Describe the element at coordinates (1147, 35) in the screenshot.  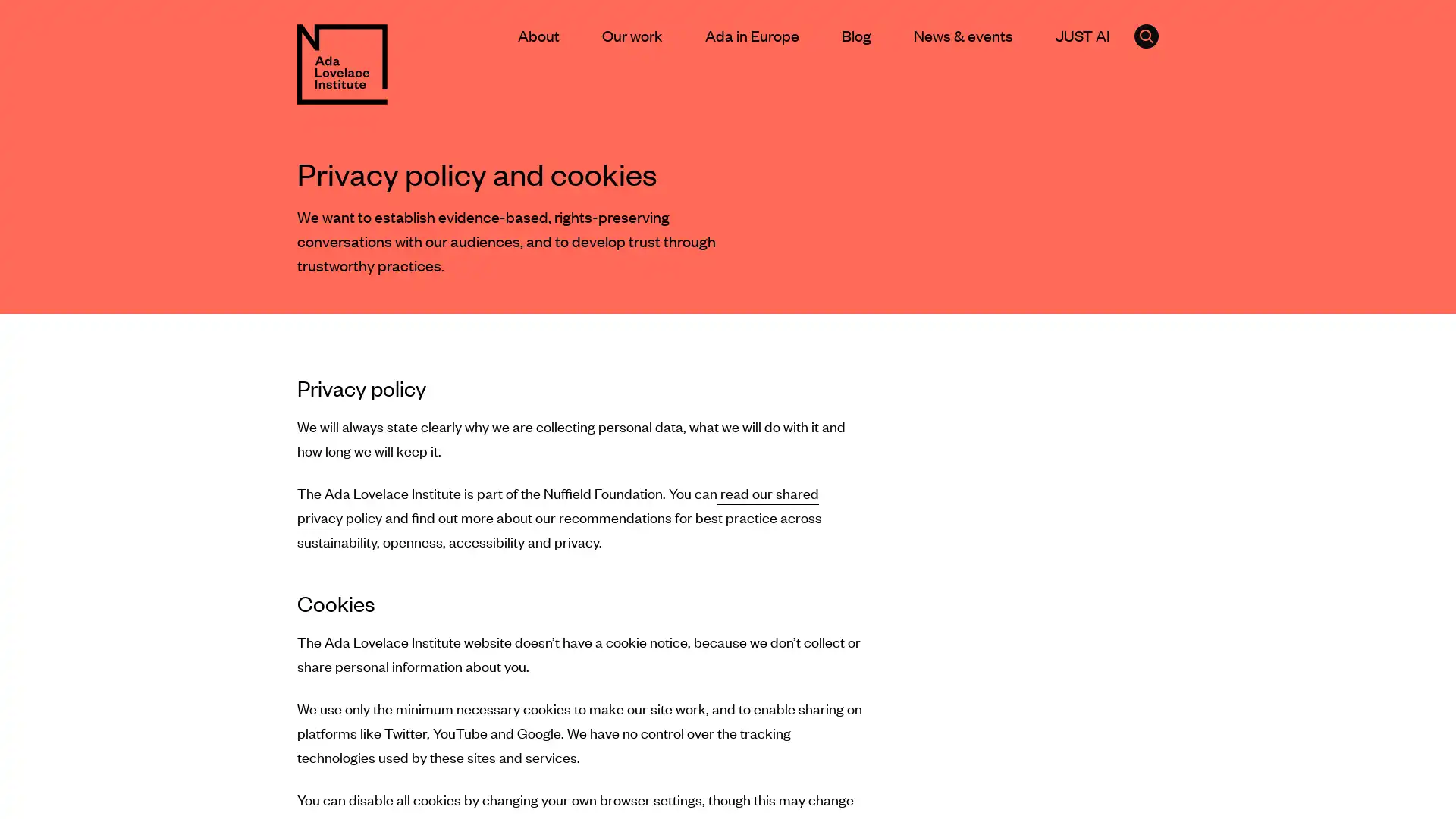
I see `Click to open the search form` at that location.